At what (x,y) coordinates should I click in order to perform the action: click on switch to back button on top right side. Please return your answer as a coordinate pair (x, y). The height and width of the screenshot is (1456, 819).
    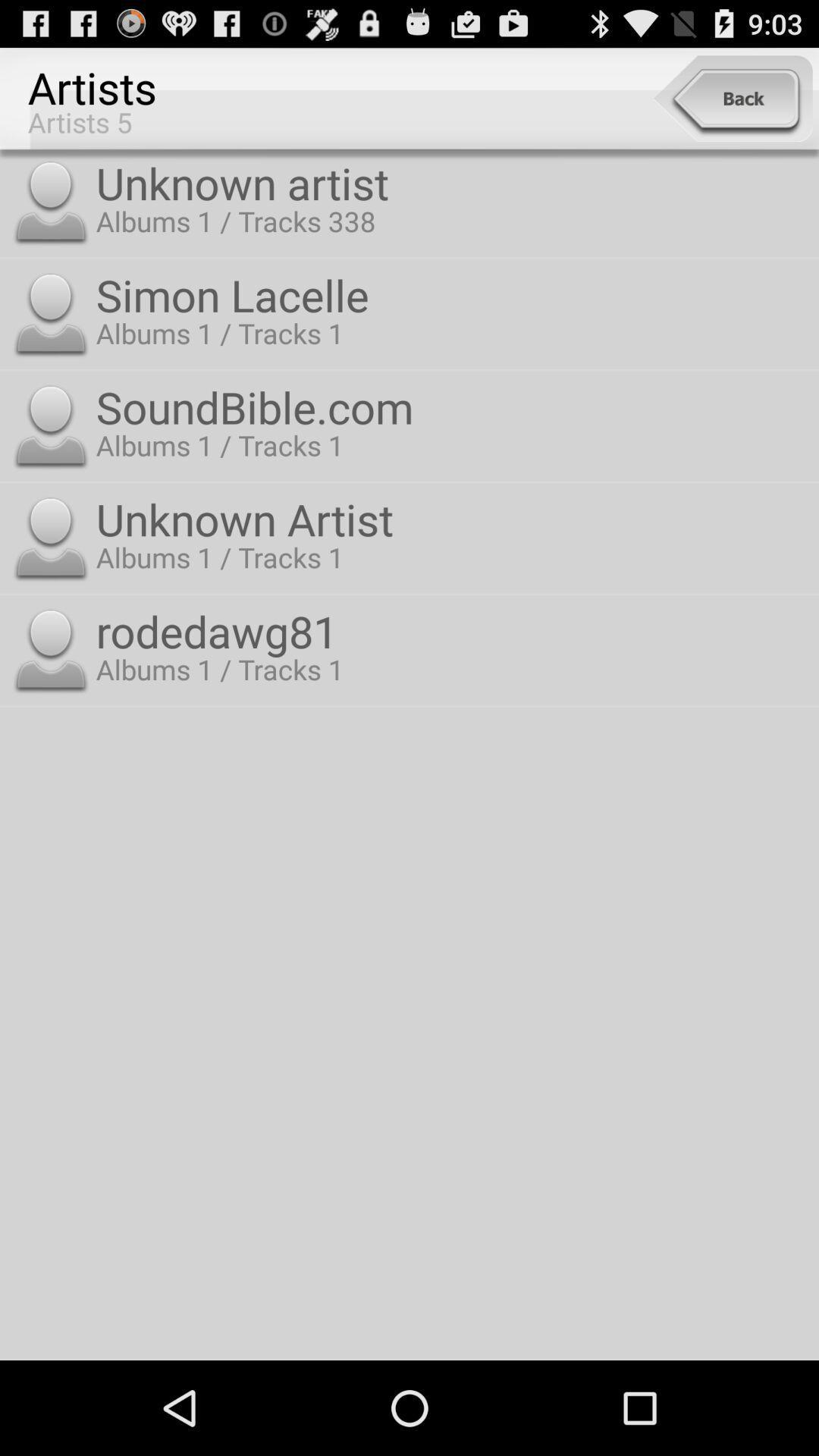
    Looking at the image, I should click on (732, 98).